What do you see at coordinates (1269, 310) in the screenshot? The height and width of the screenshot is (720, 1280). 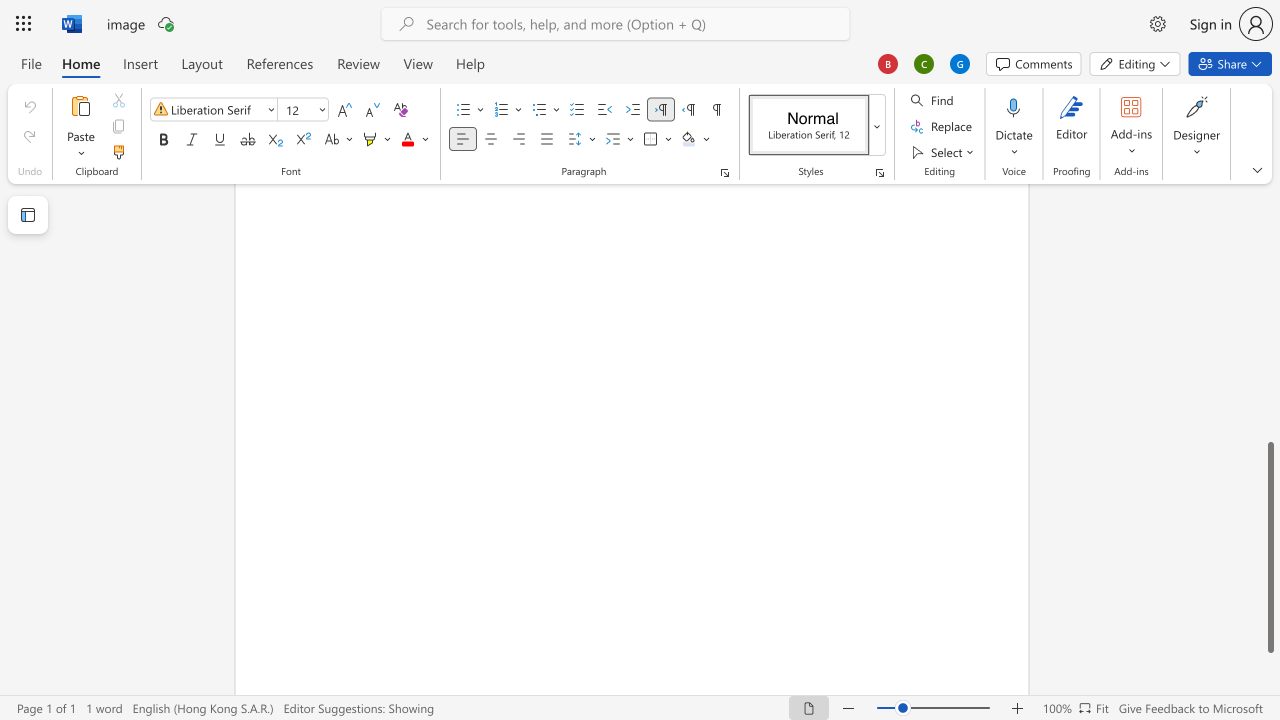 I see `the scrollbar to scroll the page up` at bounding box center [1269, 310].